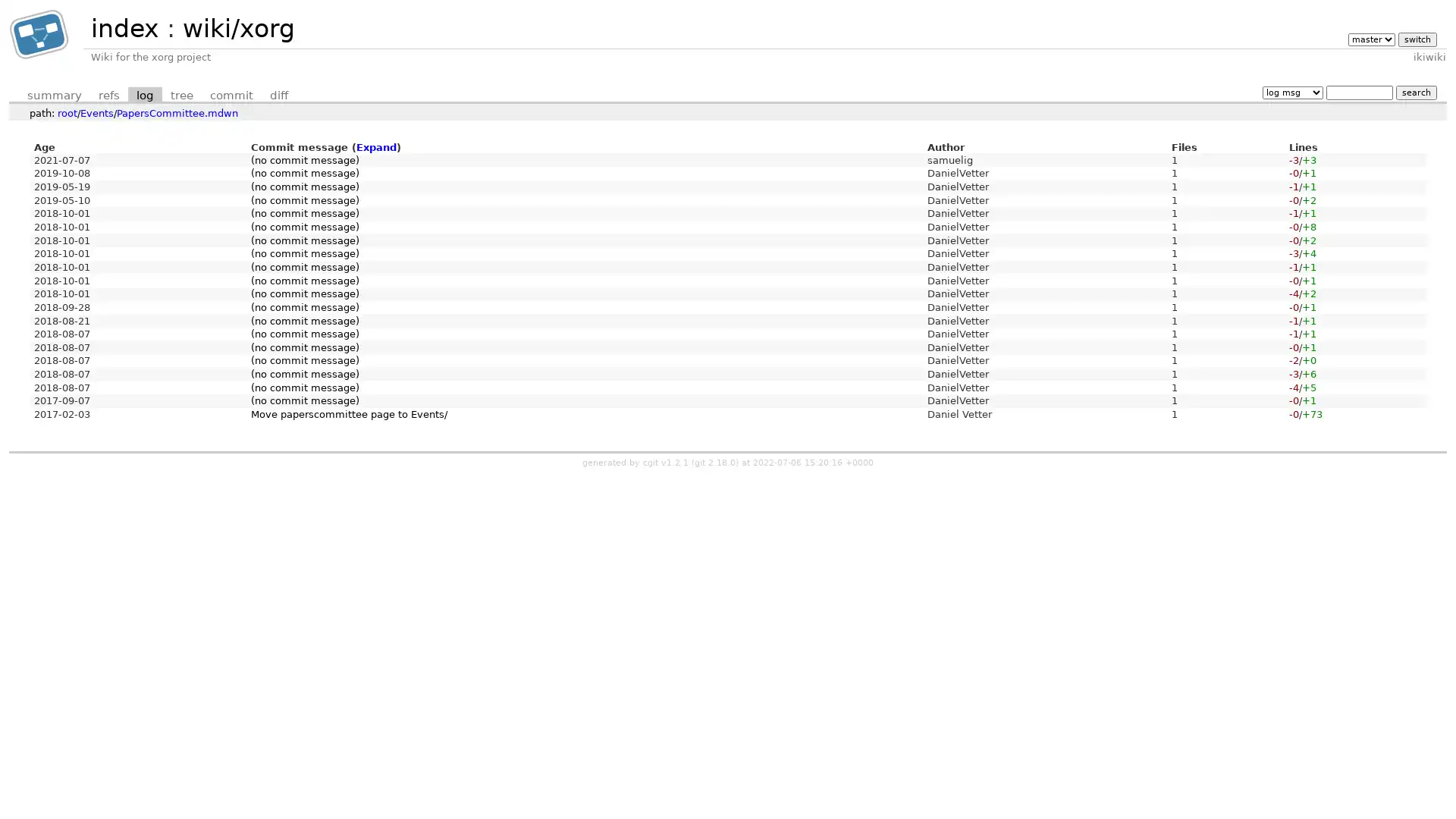  What do you see at coordinates (1415, 92) in the screenshot?
I see `search` at bounding box center [1415, 92].